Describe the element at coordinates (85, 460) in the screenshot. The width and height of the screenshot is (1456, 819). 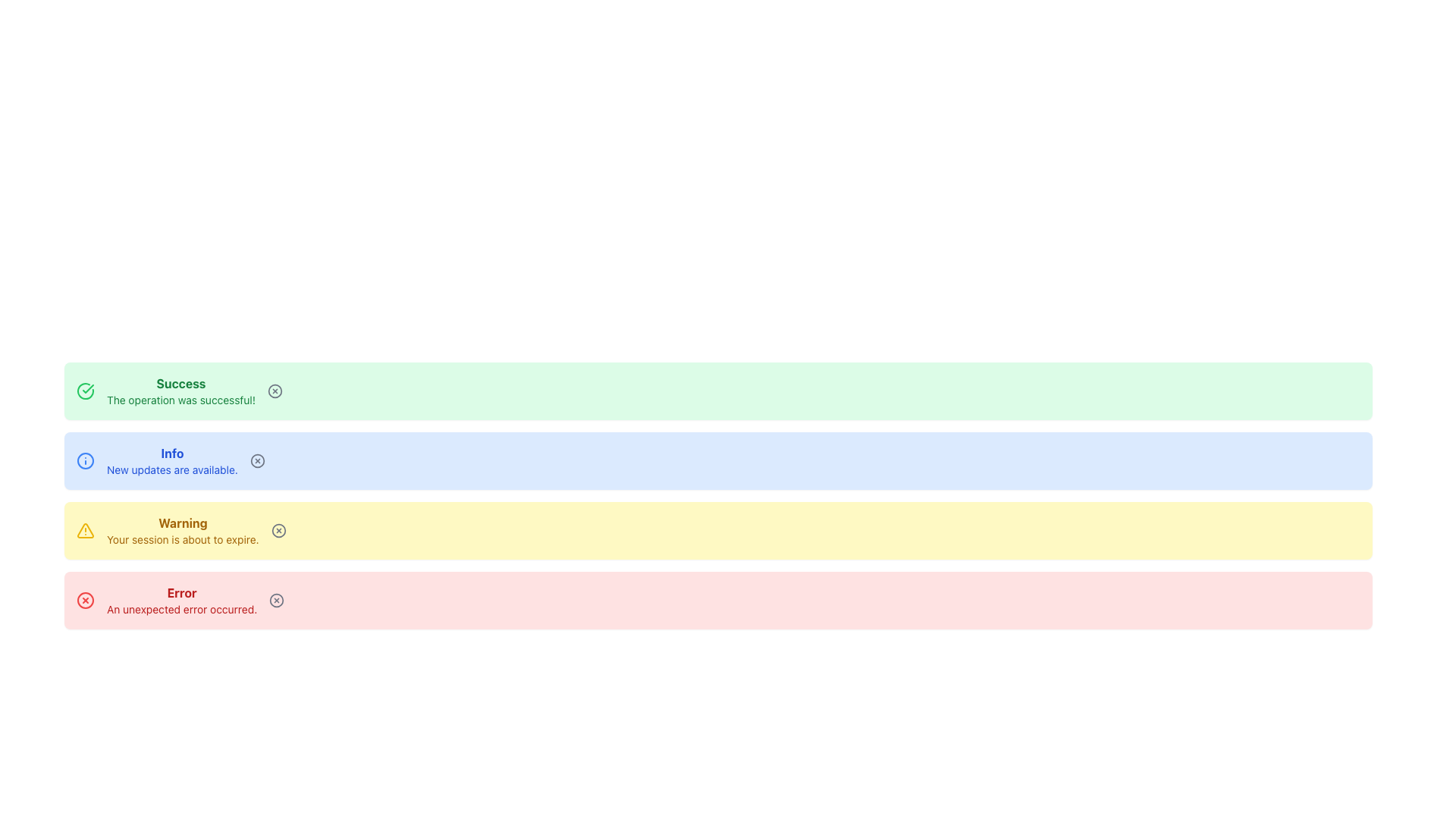
I see `the informational notification icon located on the left side of the 'Info' notification panel, which is second from the top in a vertical stack of notification panels` at that location.